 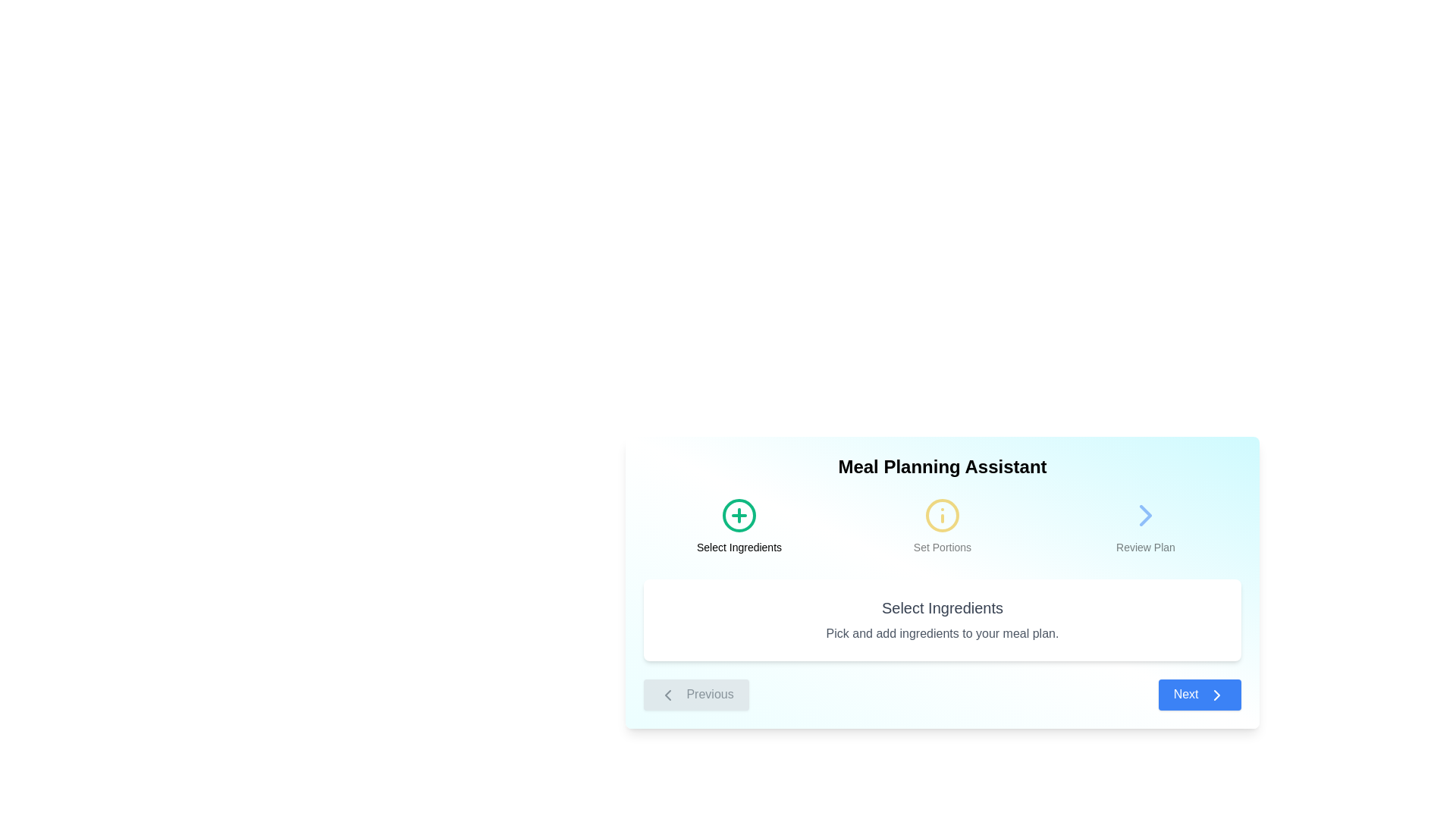 I want to click on the circular information icon with a yellow border and 'i' in the center, located above the 'Set Portions' label, so click(x=942, y=514).